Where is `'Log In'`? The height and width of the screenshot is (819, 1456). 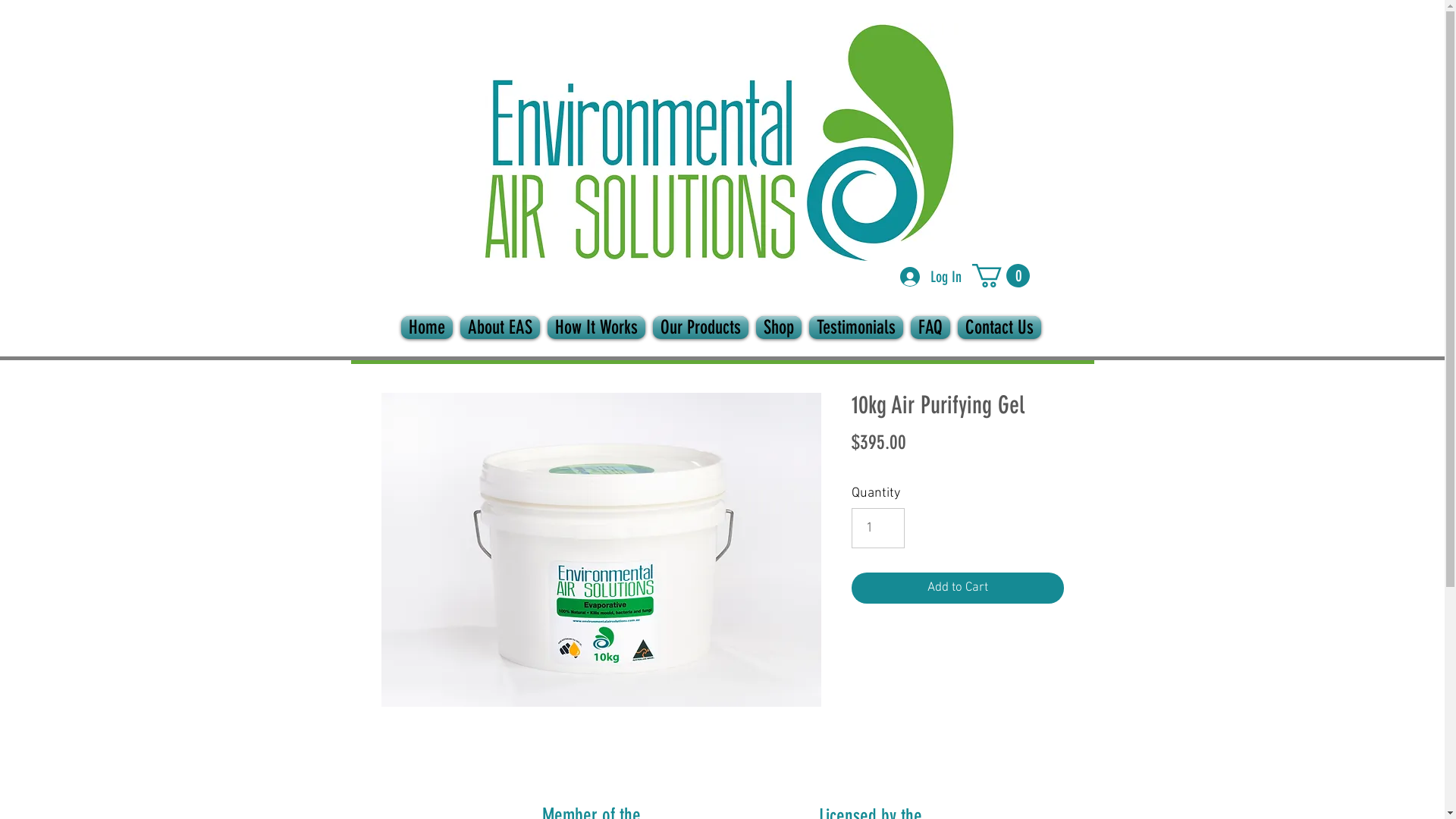 'Log In' is located at coordinates (889, 277).